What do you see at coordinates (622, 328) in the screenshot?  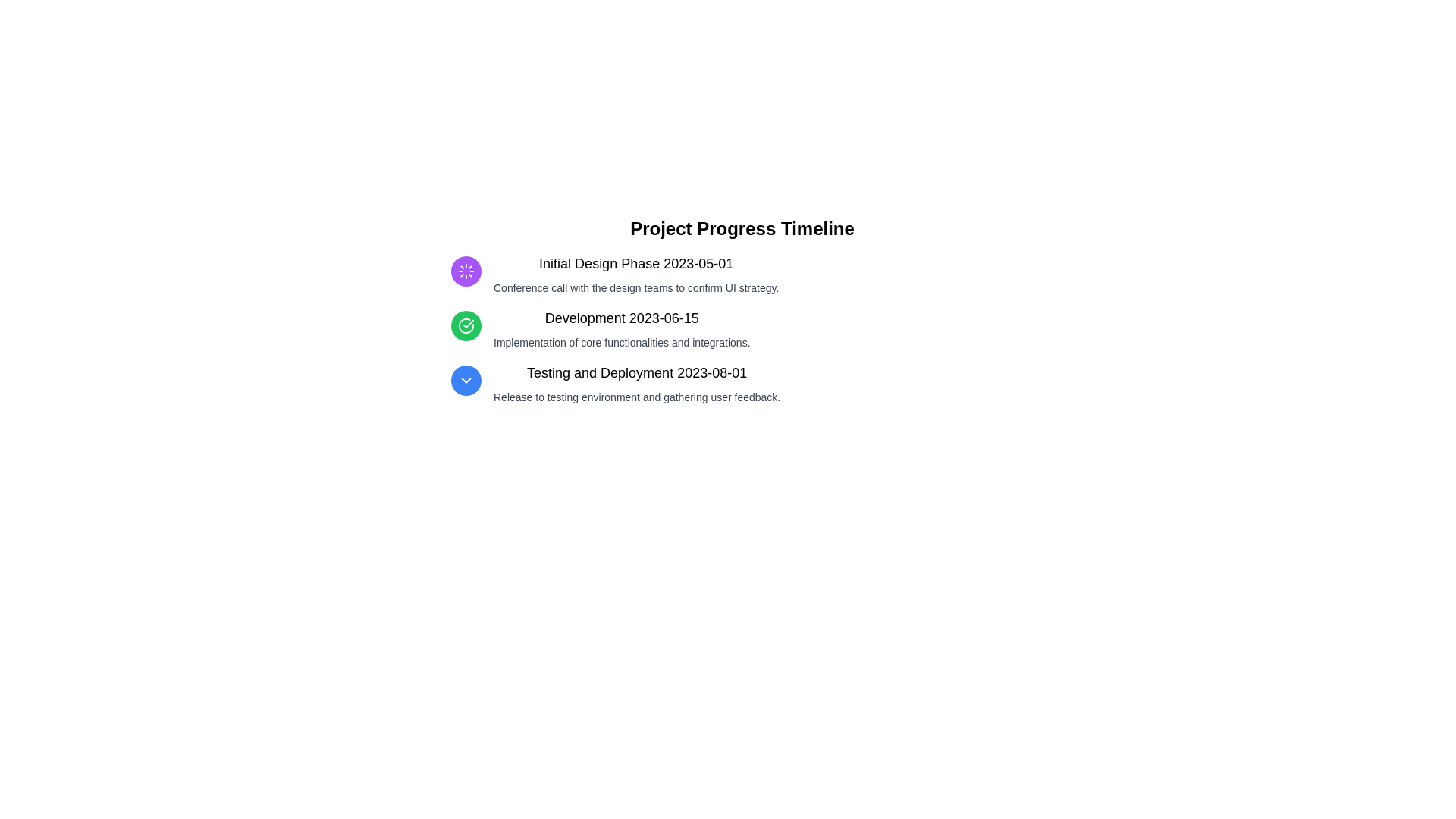 I see `the text block displaying 'Development 2023-06-15' and its description, which is centrally located beneath 'Initial Design Phase 2023-05-01' and above 'Testing and Deployment 2023-08-01'` at bounding box center [622, 328].